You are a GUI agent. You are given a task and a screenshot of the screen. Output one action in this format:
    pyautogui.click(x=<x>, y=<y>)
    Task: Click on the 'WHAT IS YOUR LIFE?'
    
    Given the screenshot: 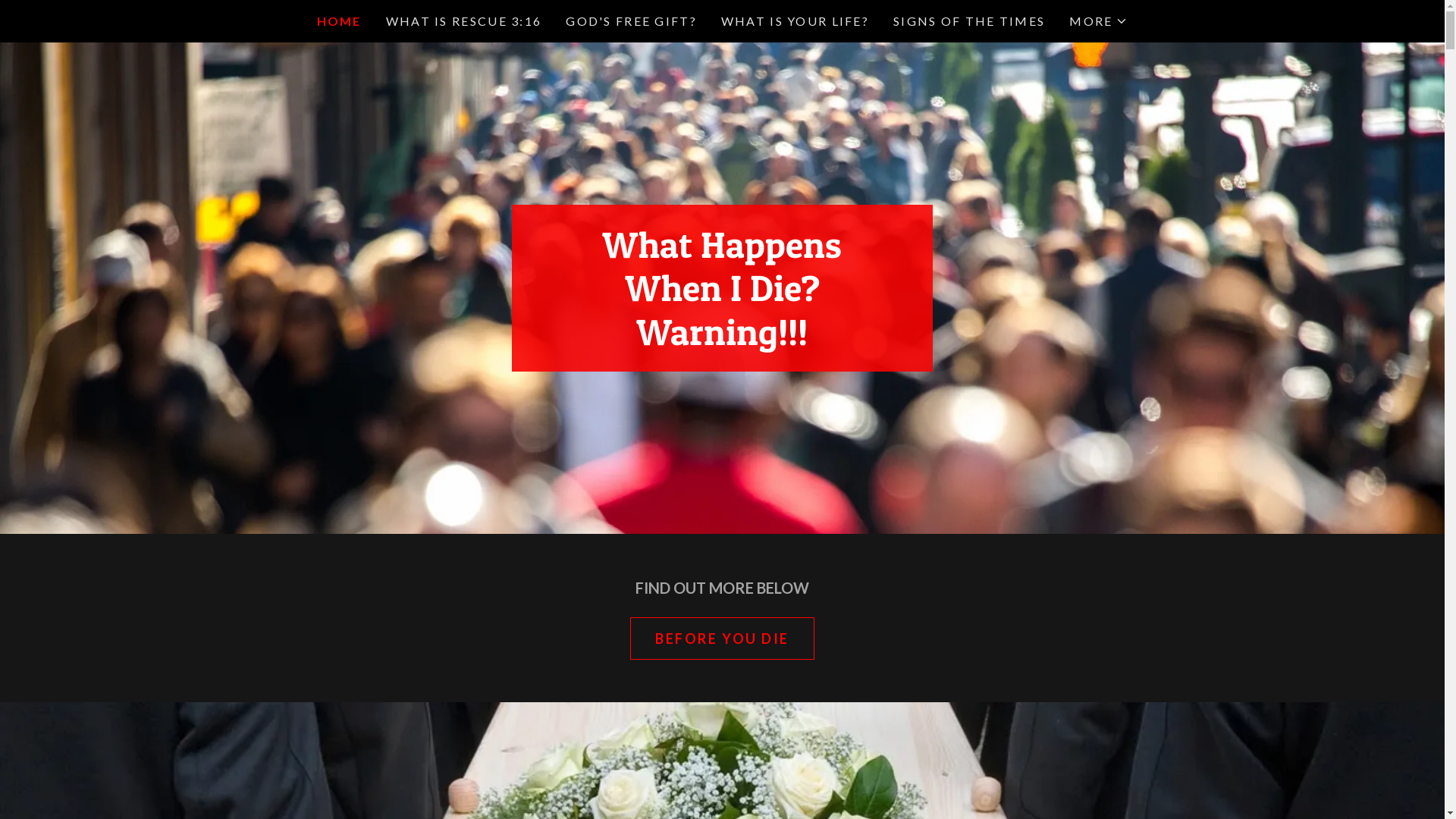 What is the action you would take?
    pyautogui.click(x=794, y=20)
    